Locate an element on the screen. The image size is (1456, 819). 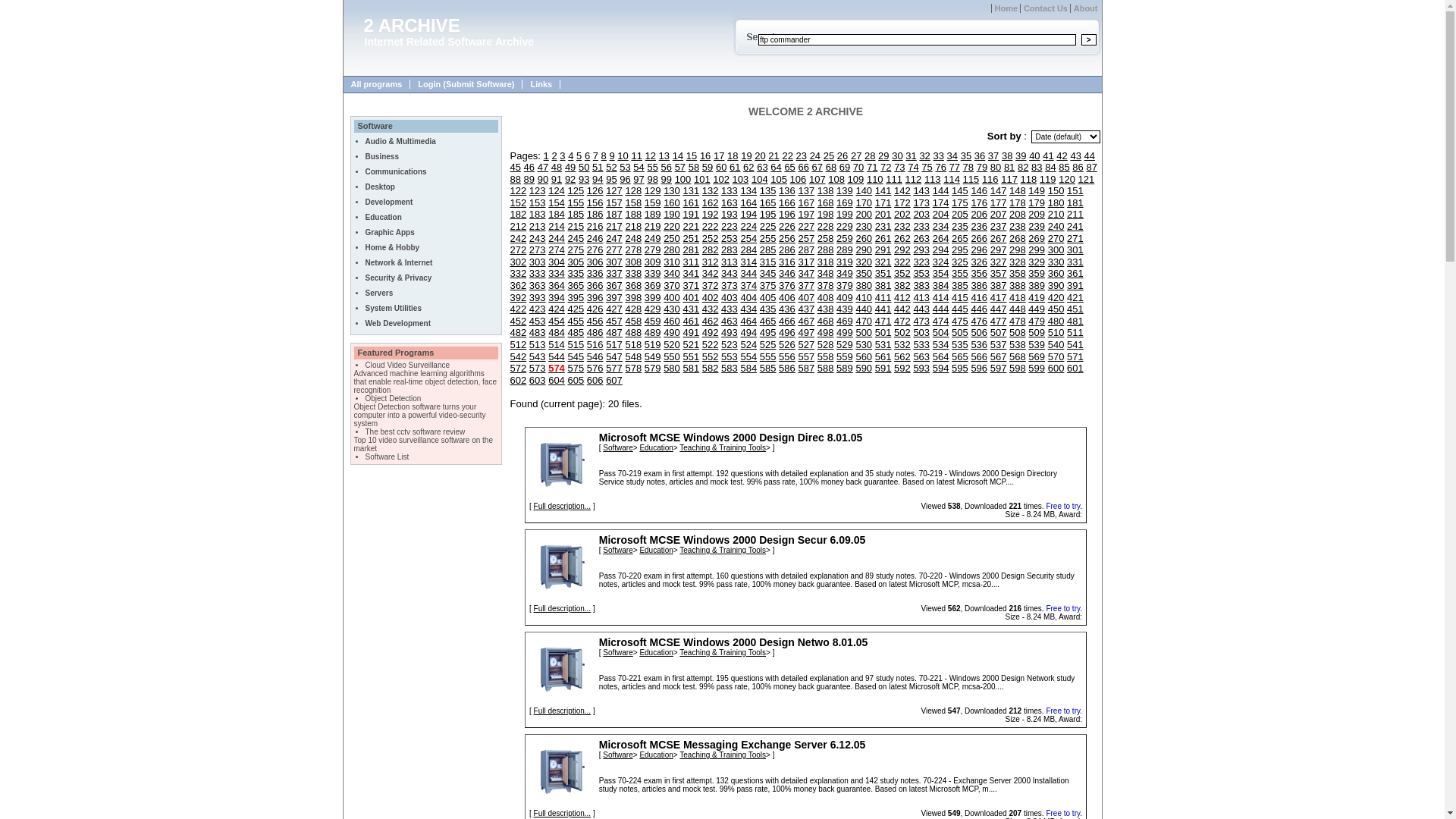
'563' is located at coordinates (912, 356).